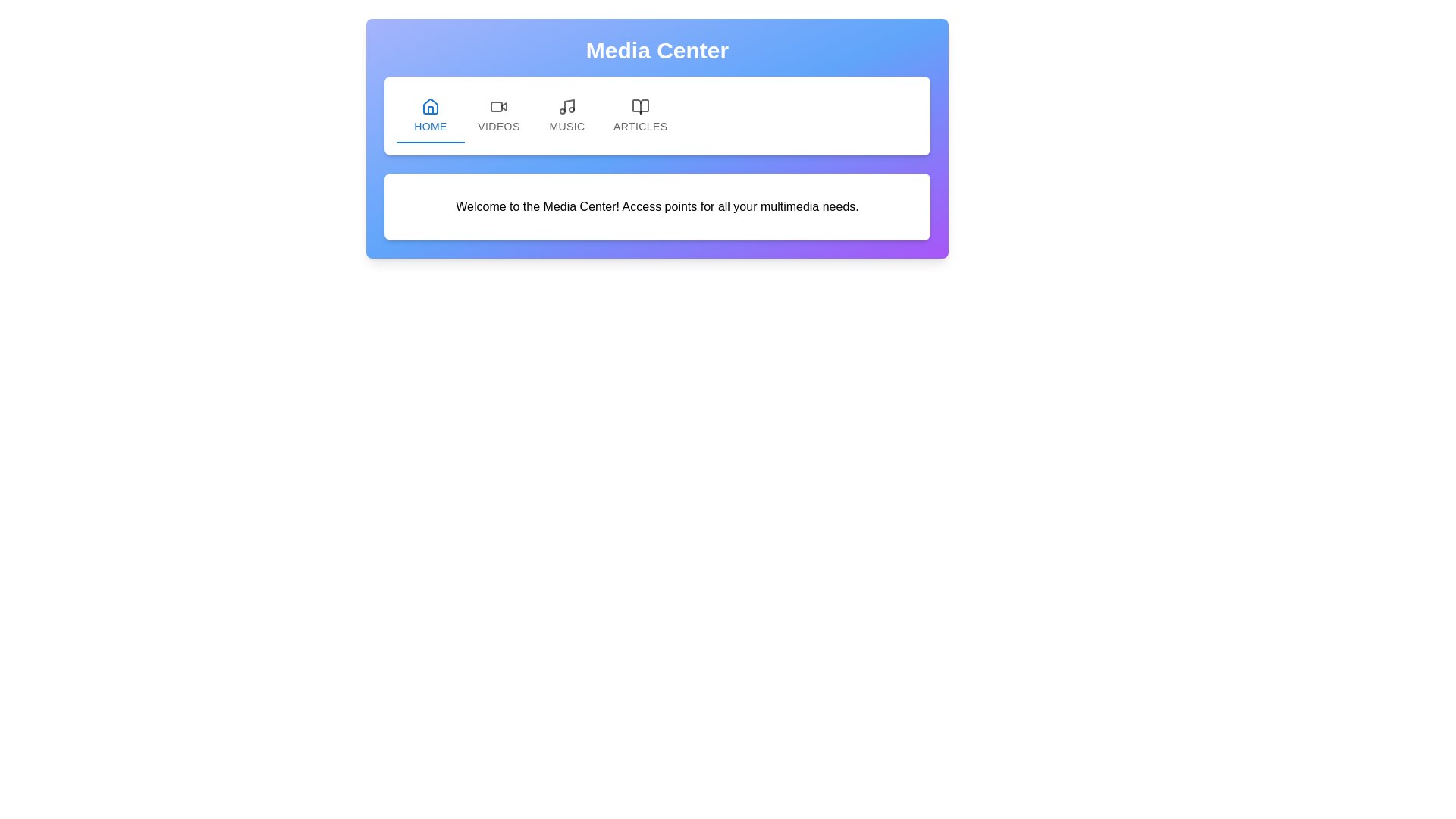  I want to click on the 'Articles' tab in the tab group UI component located under the 'Media Center' heading, so click(657, 115).